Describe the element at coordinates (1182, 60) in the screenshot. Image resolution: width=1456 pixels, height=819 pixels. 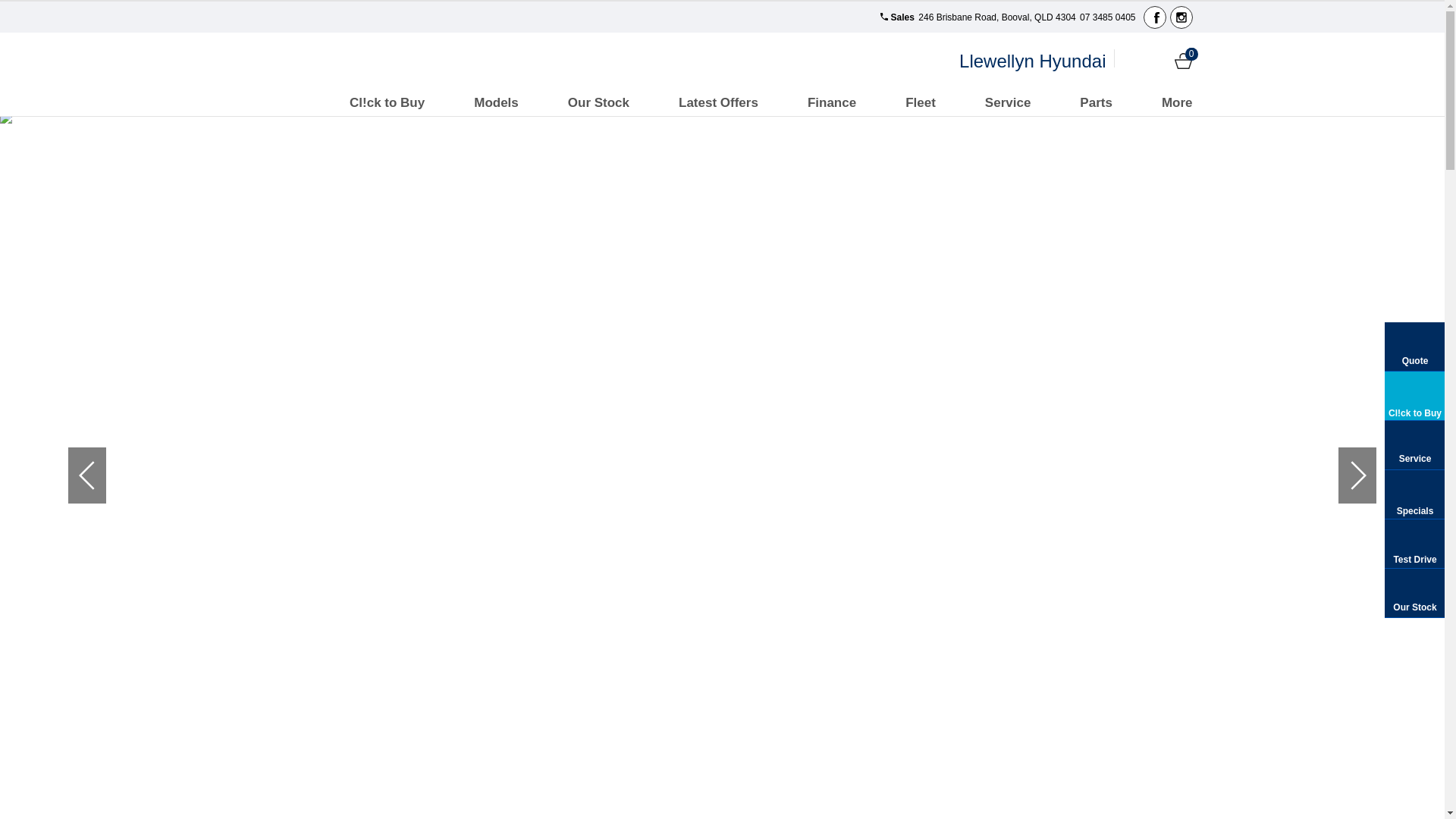
I see `'Cart` at that location.